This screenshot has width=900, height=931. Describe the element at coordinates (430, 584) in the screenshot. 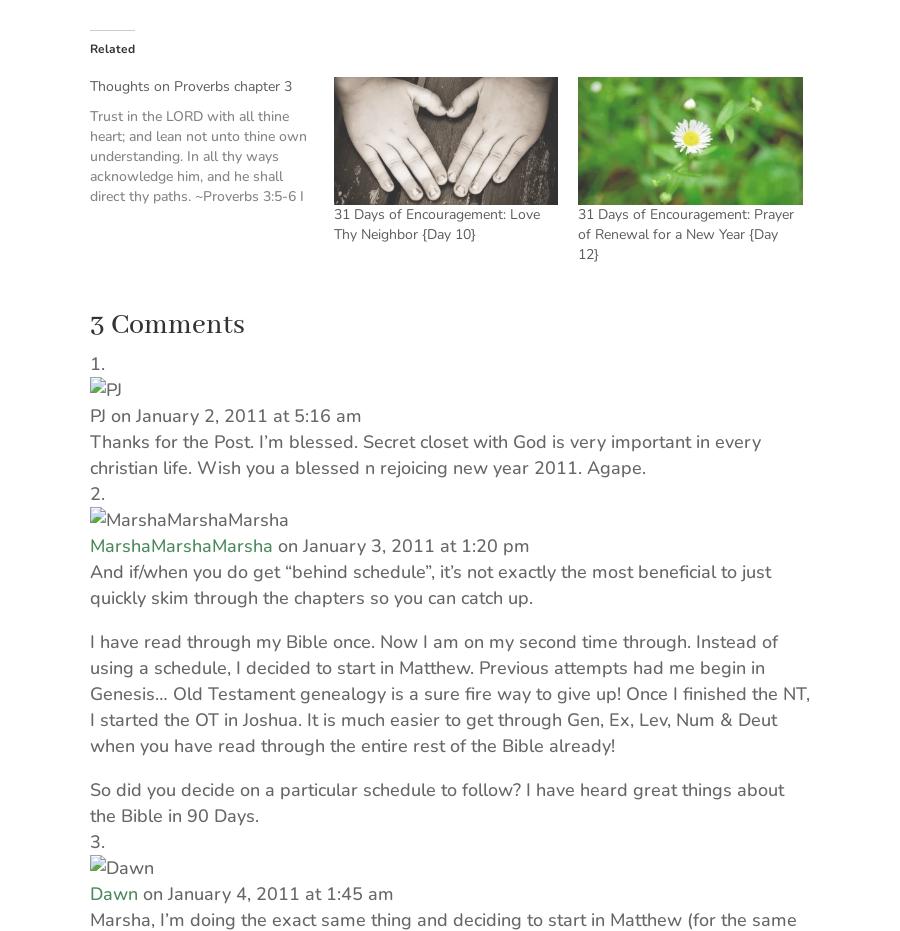

I see `'And if/when you do get “behind schedule”, it’s not exactly the most beneficial to just quickly skim through the chapters so you can catch up.'` at that location.